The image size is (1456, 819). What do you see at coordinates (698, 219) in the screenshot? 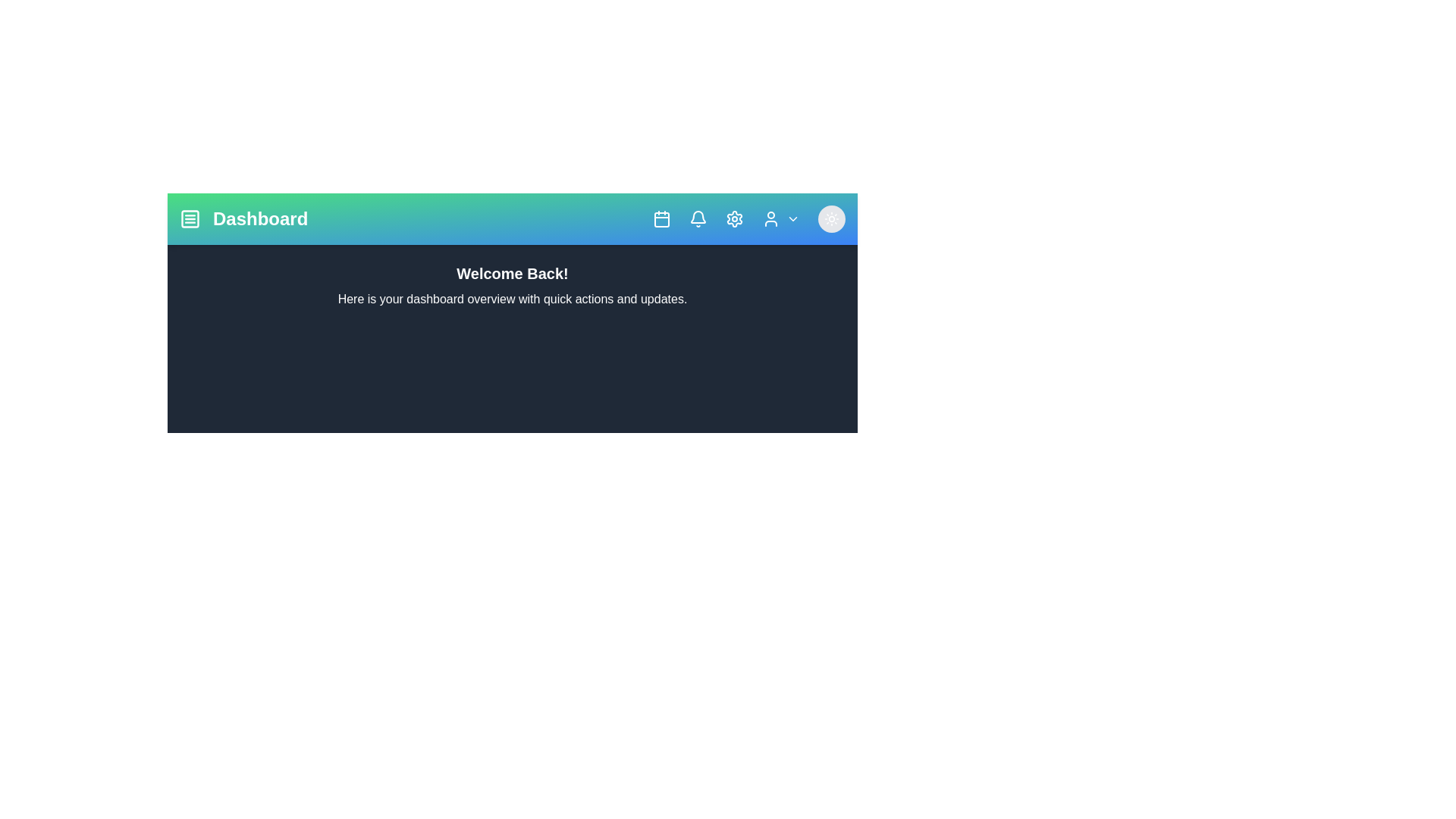
I see `the notification bell icon` at bounding box center [698, 219].